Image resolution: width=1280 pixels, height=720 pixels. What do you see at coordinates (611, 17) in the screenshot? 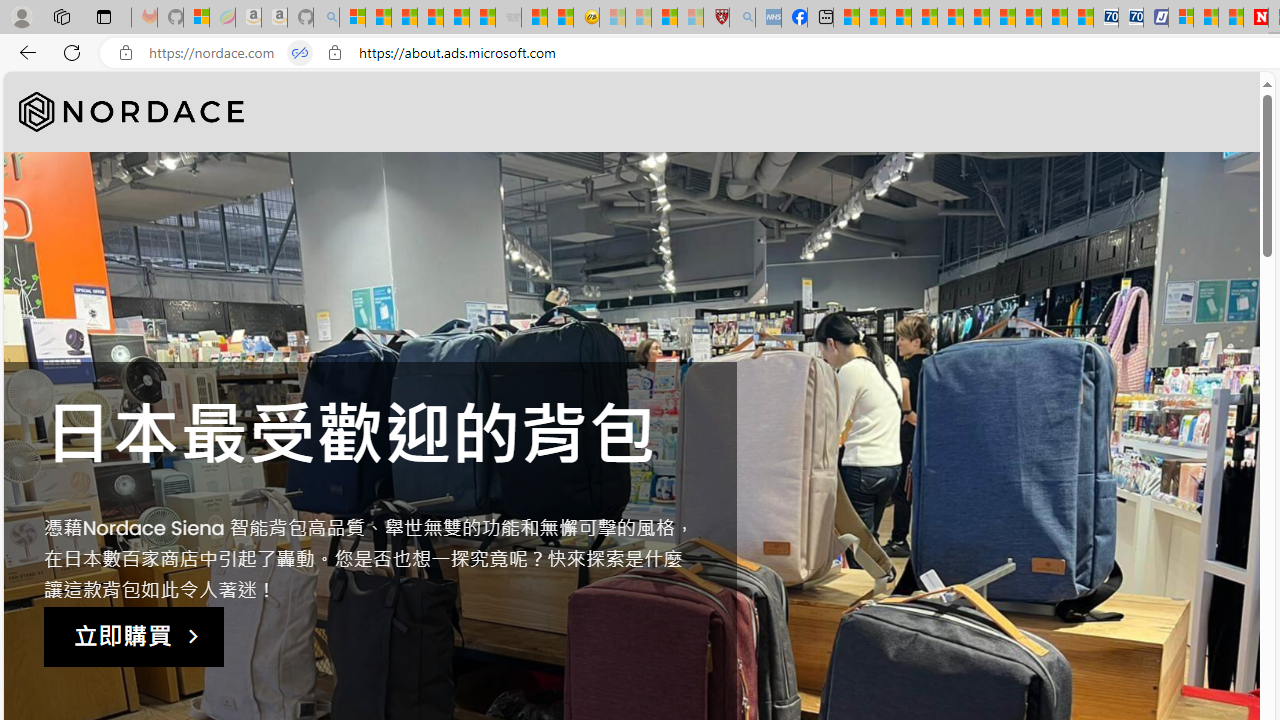
I see `'Recipes - MSN - Sleeping'` at bounding box center [611, 17].